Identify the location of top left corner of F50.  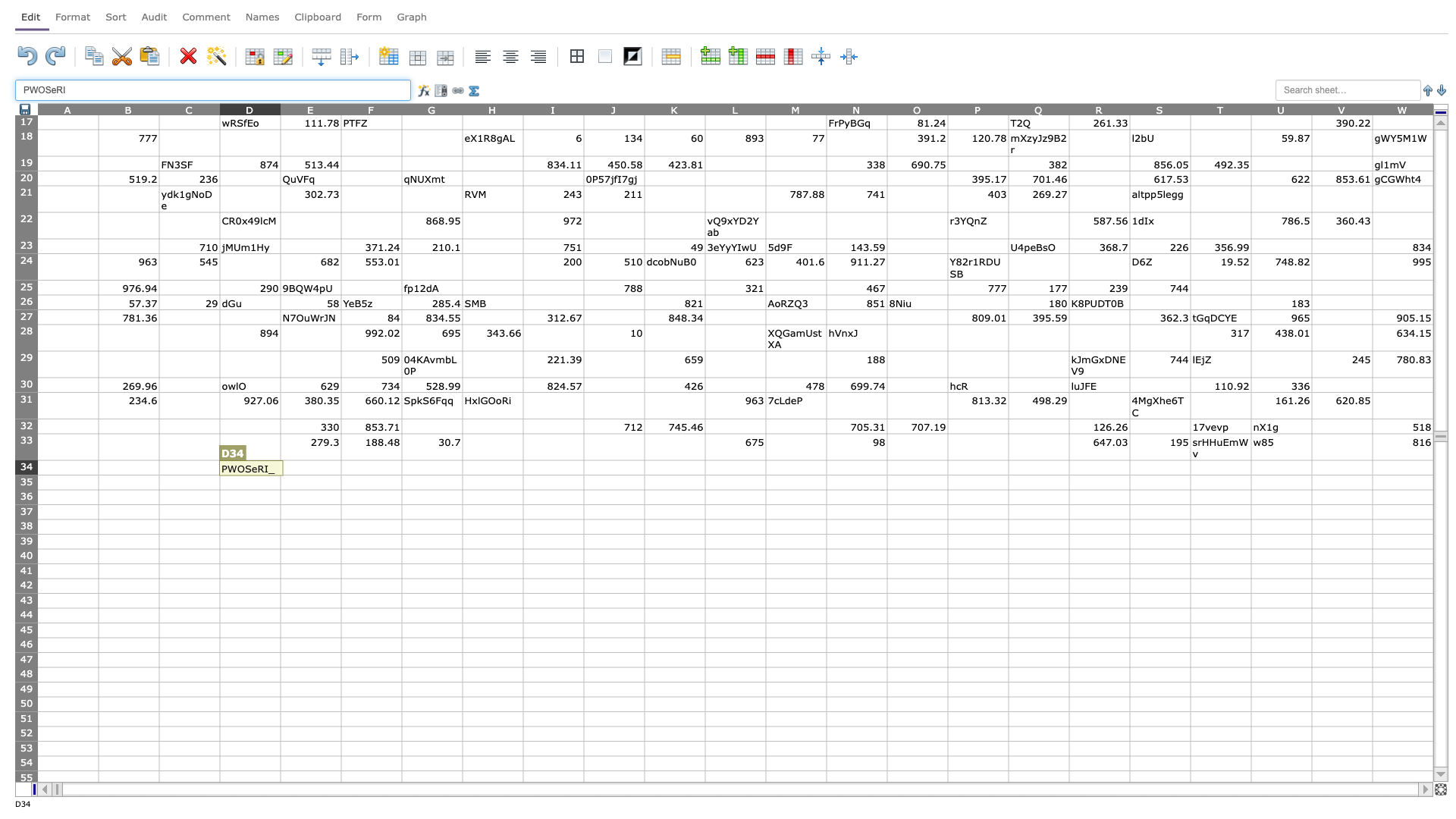
(340, 696).